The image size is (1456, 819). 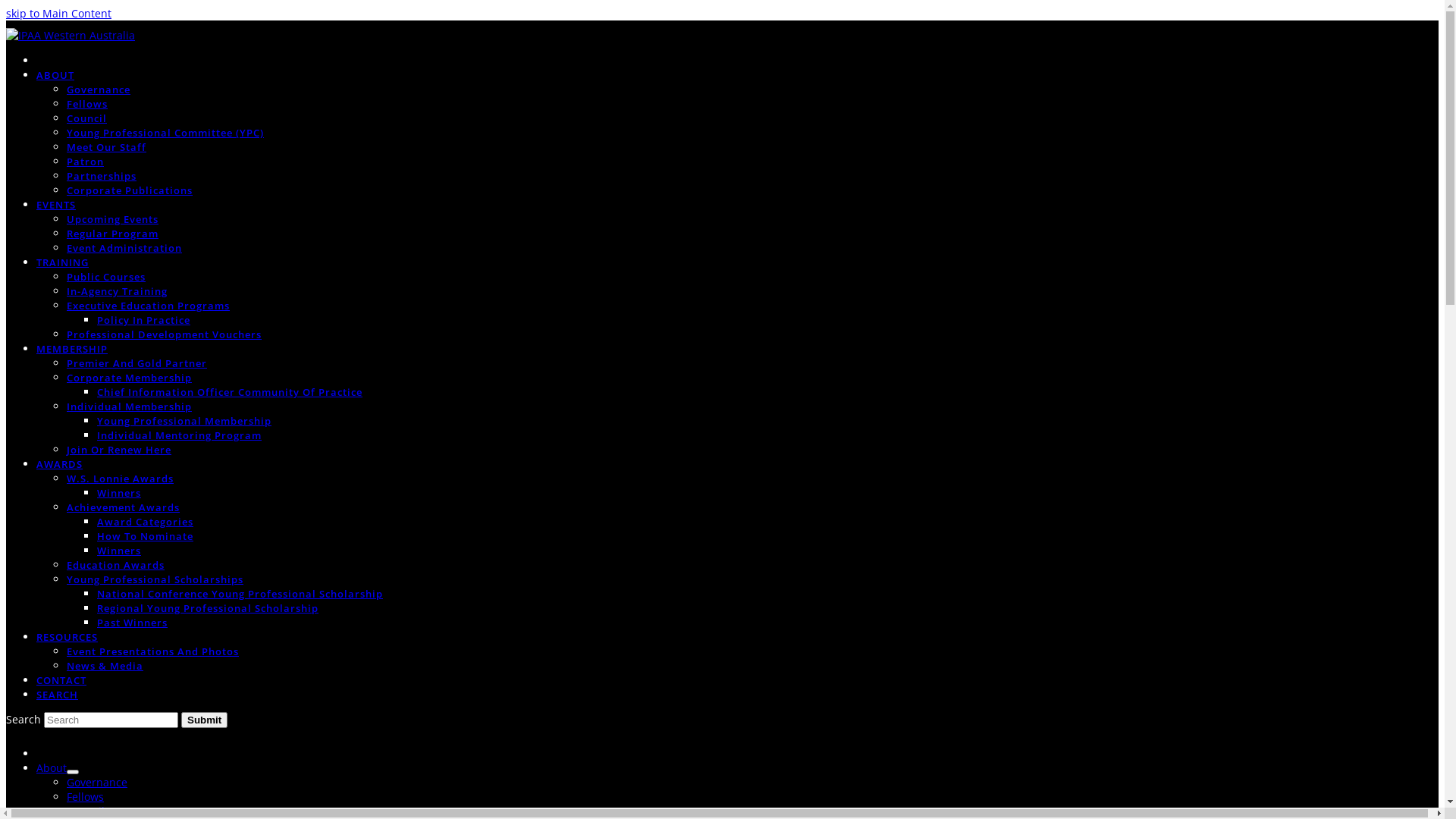 I want to click on 'SEARCH', so click(x=57, y=694).